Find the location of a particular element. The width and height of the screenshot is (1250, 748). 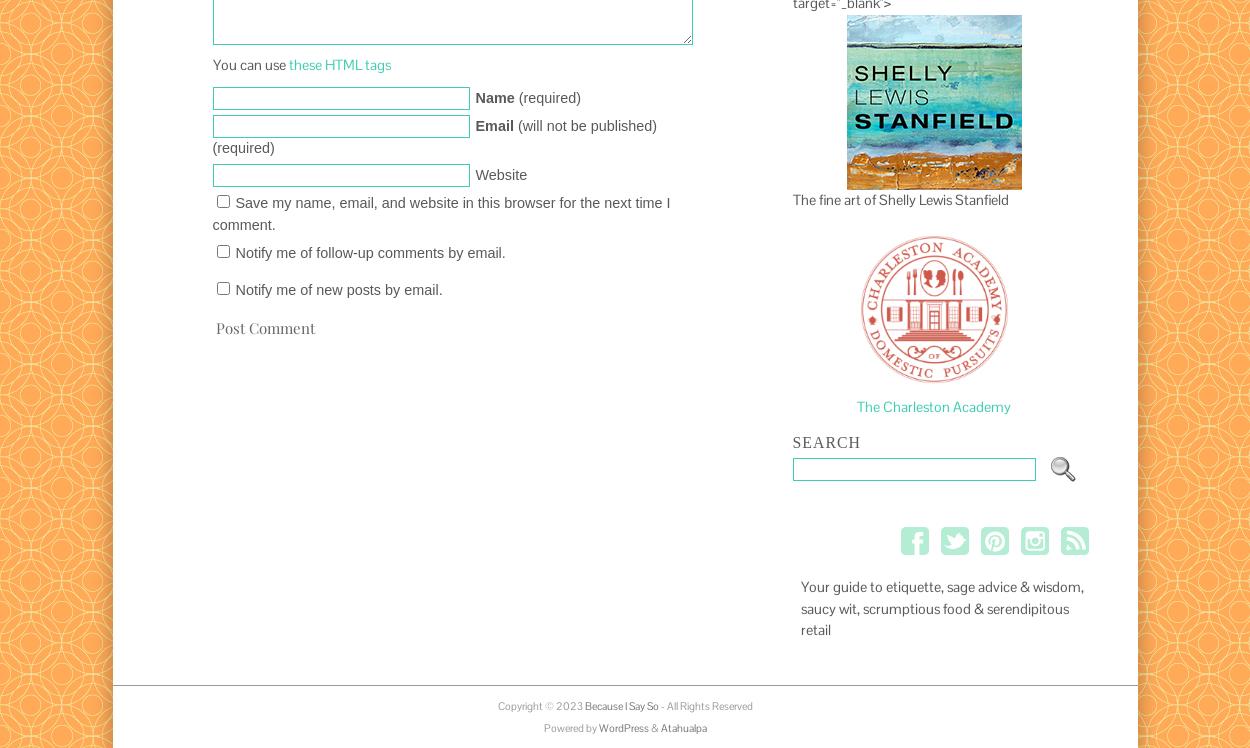

'Your guide to etiquette, sage advice & wisdom, saucy wit, scrumptious food & serendipitous retail' is located at coordinates (940, 608).